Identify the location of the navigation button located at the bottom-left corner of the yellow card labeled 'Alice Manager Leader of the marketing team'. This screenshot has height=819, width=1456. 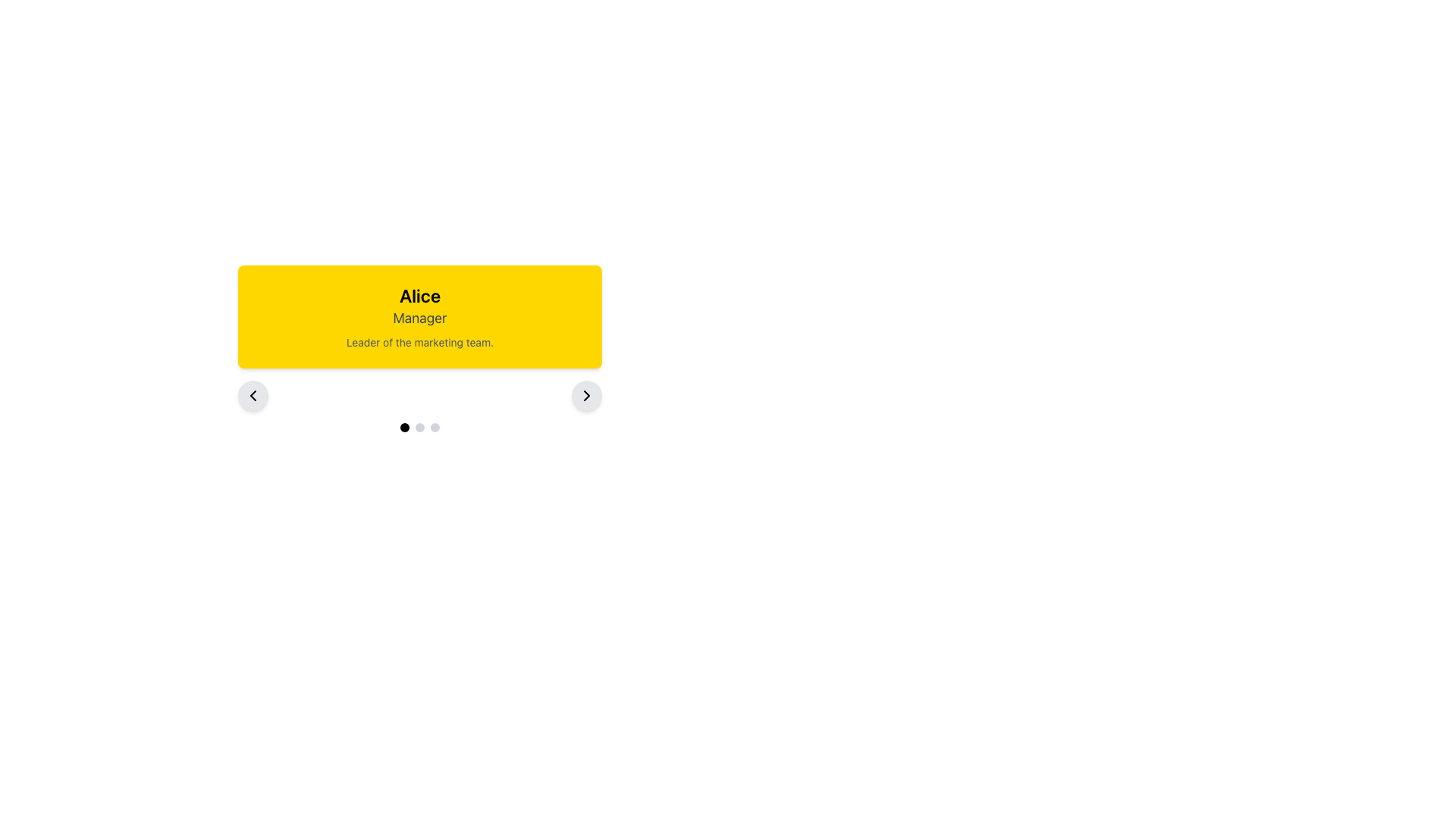
(253, 394).